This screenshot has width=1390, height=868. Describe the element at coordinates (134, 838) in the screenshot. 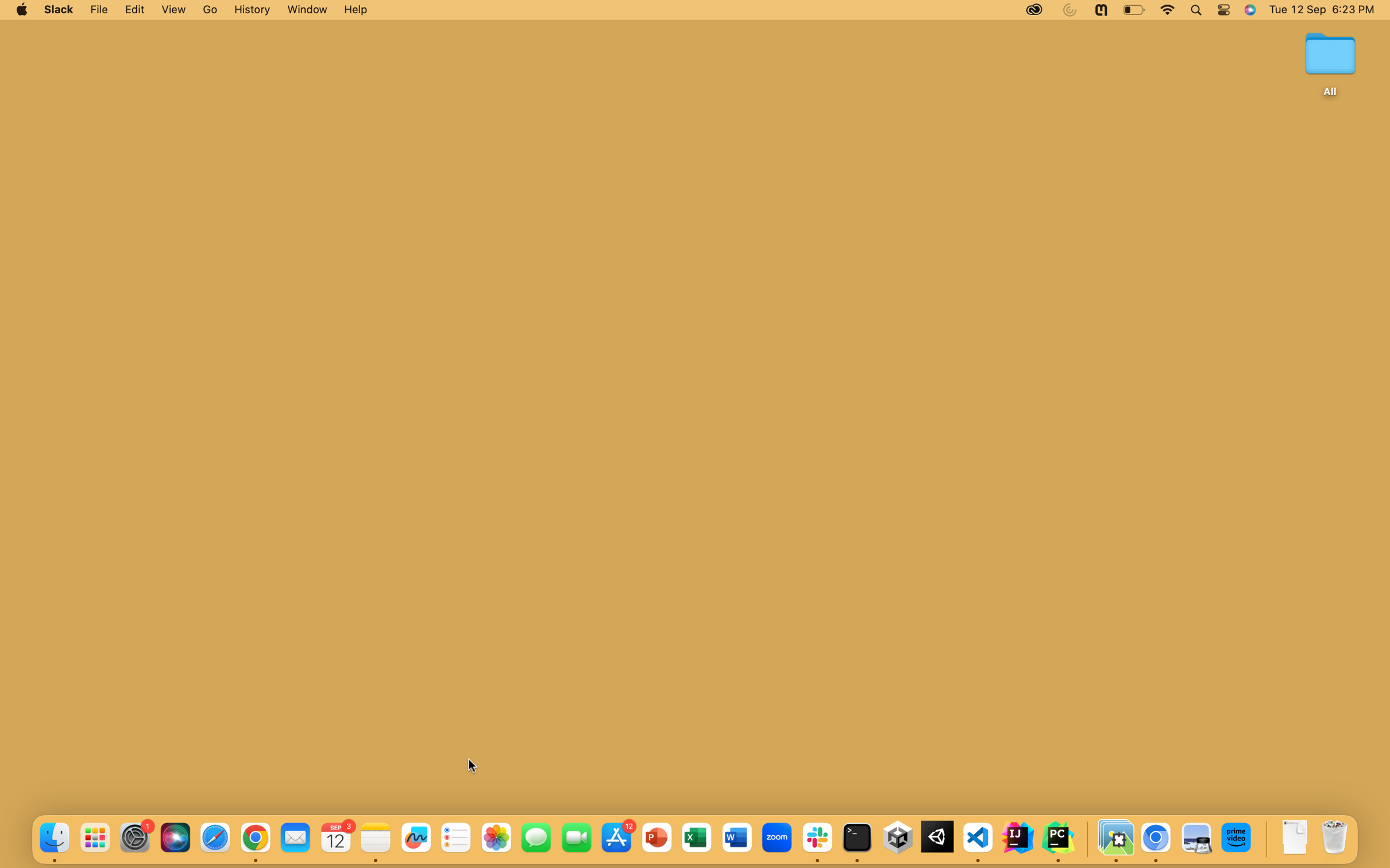

I see `the System Preferences symbol situated at the bottom` at that location.